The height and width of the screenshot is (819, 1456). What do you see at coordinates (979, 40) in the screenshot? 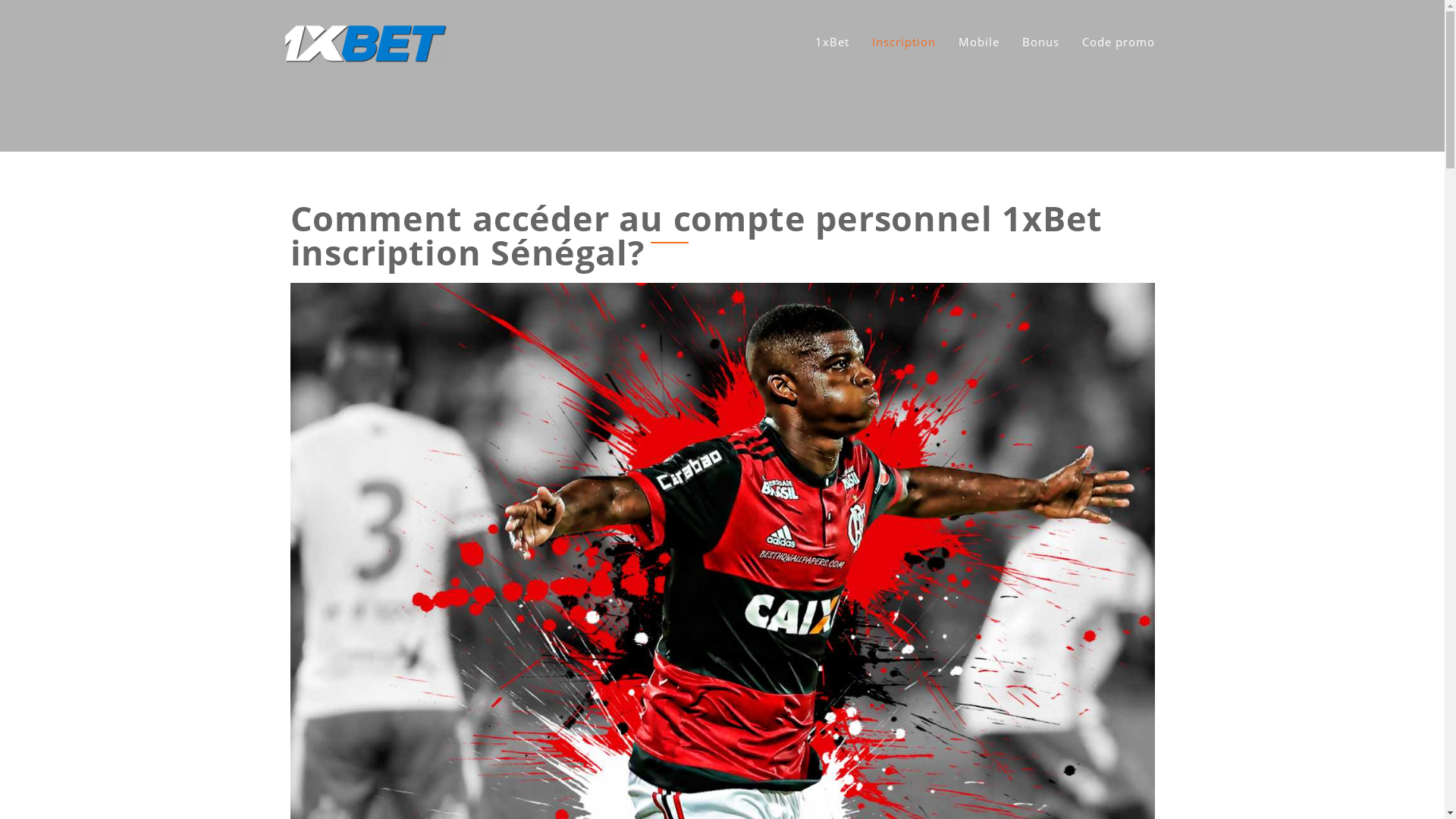
I see `'Mobile'` at bounding box center [979, 40].